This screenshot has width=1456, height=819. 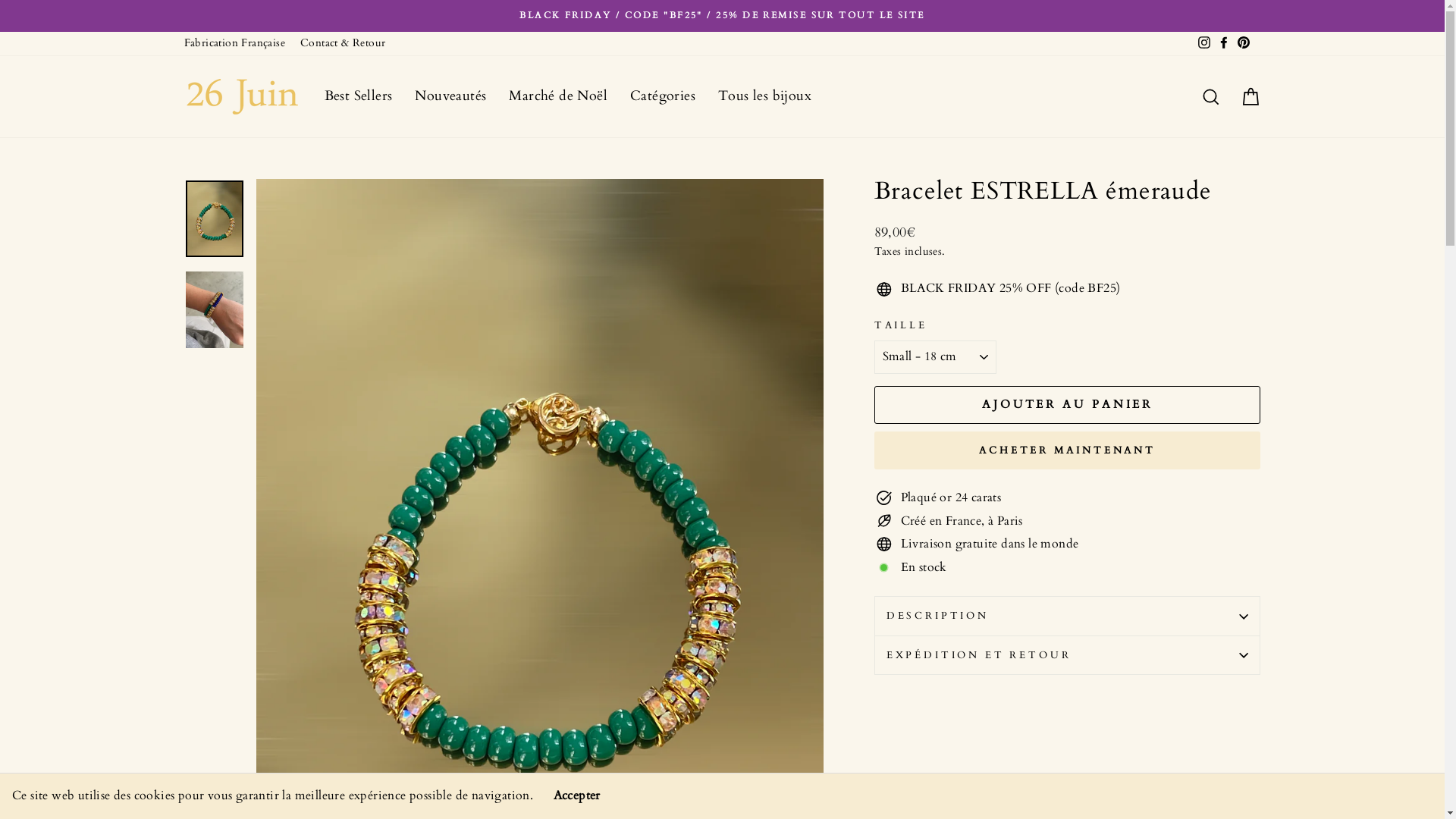 I want to click on 'Tous les bijoux', so click(x=764, y=96).